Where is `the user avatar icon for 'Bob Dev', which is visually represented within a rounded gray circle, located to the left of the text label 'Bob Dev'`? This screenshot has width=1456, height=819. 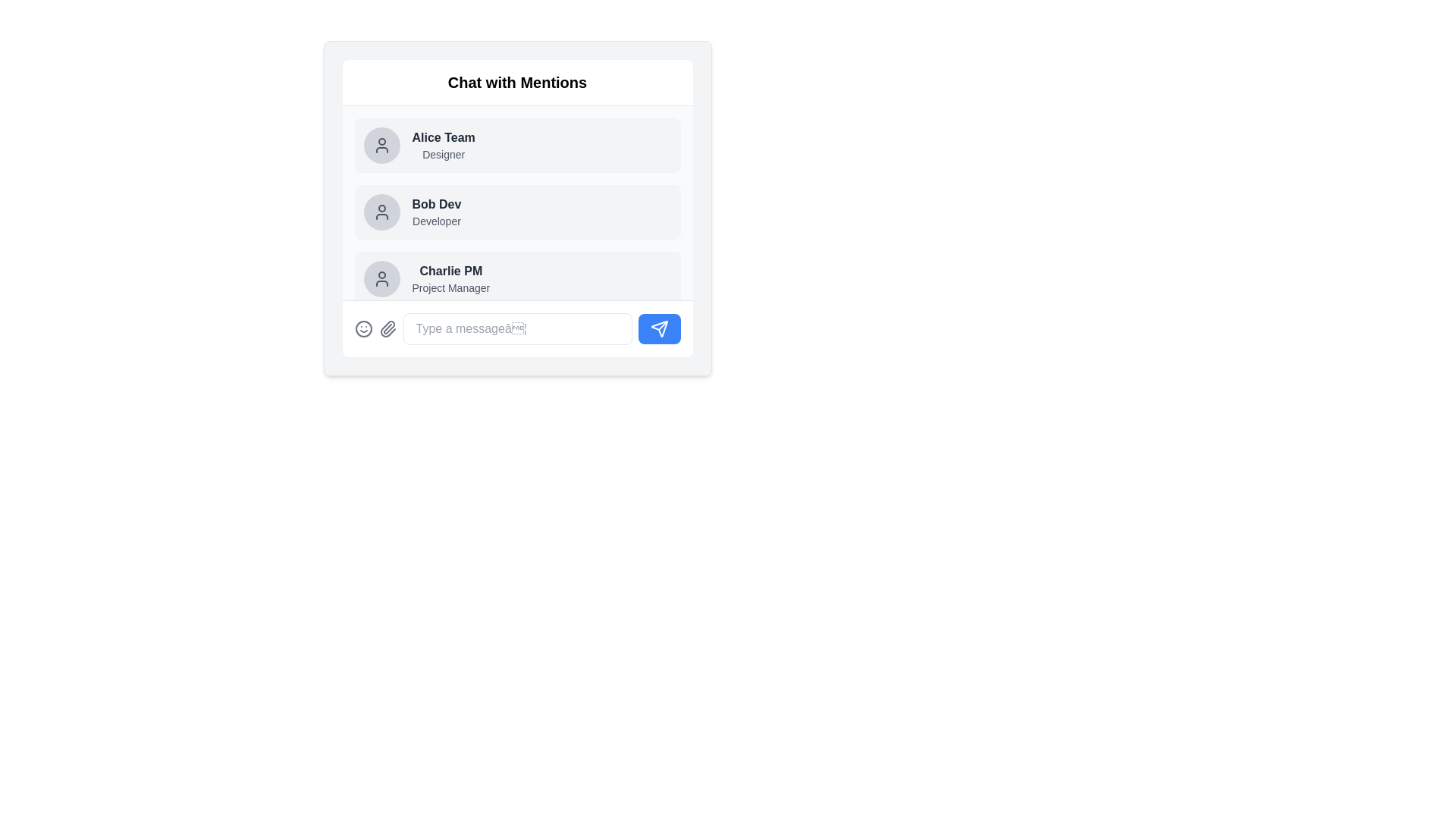
the user avatar icon for 'Bob Dev', which is visually represented within a rounded gray circle, located to the left of the text label 'Bob Dev' is located at coordinates (381, 212).